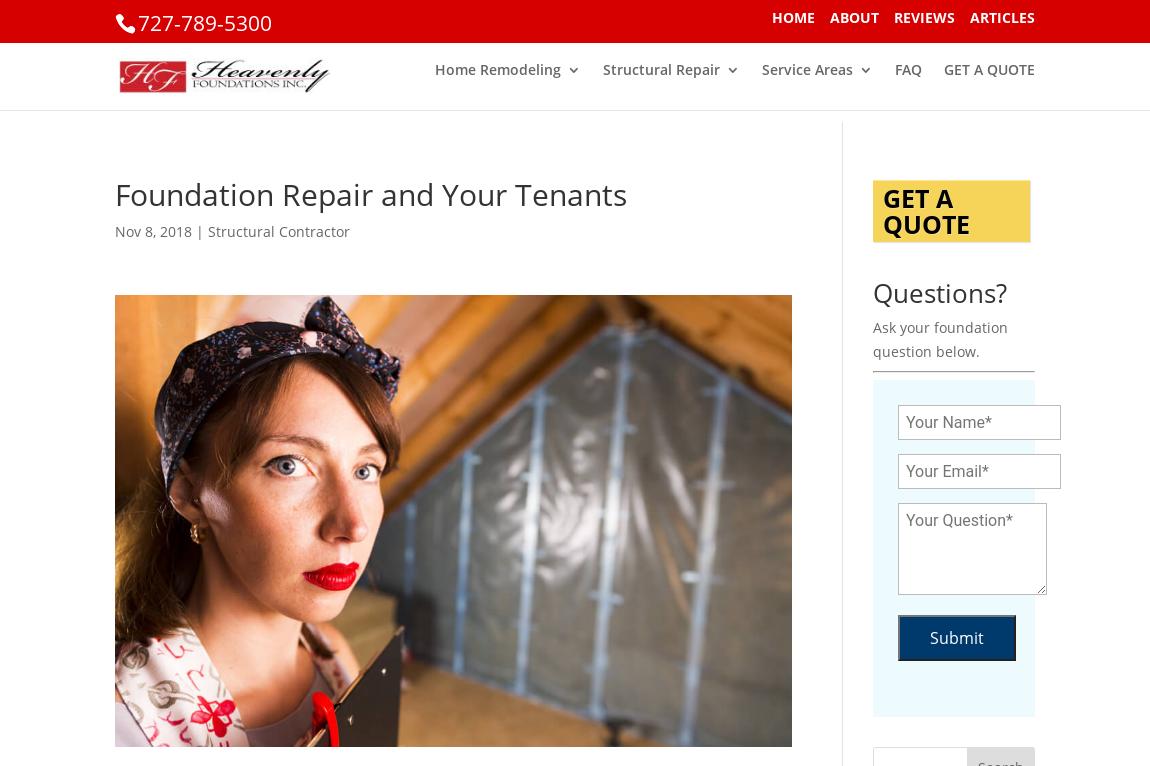 This screenshot has width=1150, height=766. What do you see at coordinates (706, 340) in the screenshot?
I see `'Foundation Cracks'` at bounding box center [706, 340].